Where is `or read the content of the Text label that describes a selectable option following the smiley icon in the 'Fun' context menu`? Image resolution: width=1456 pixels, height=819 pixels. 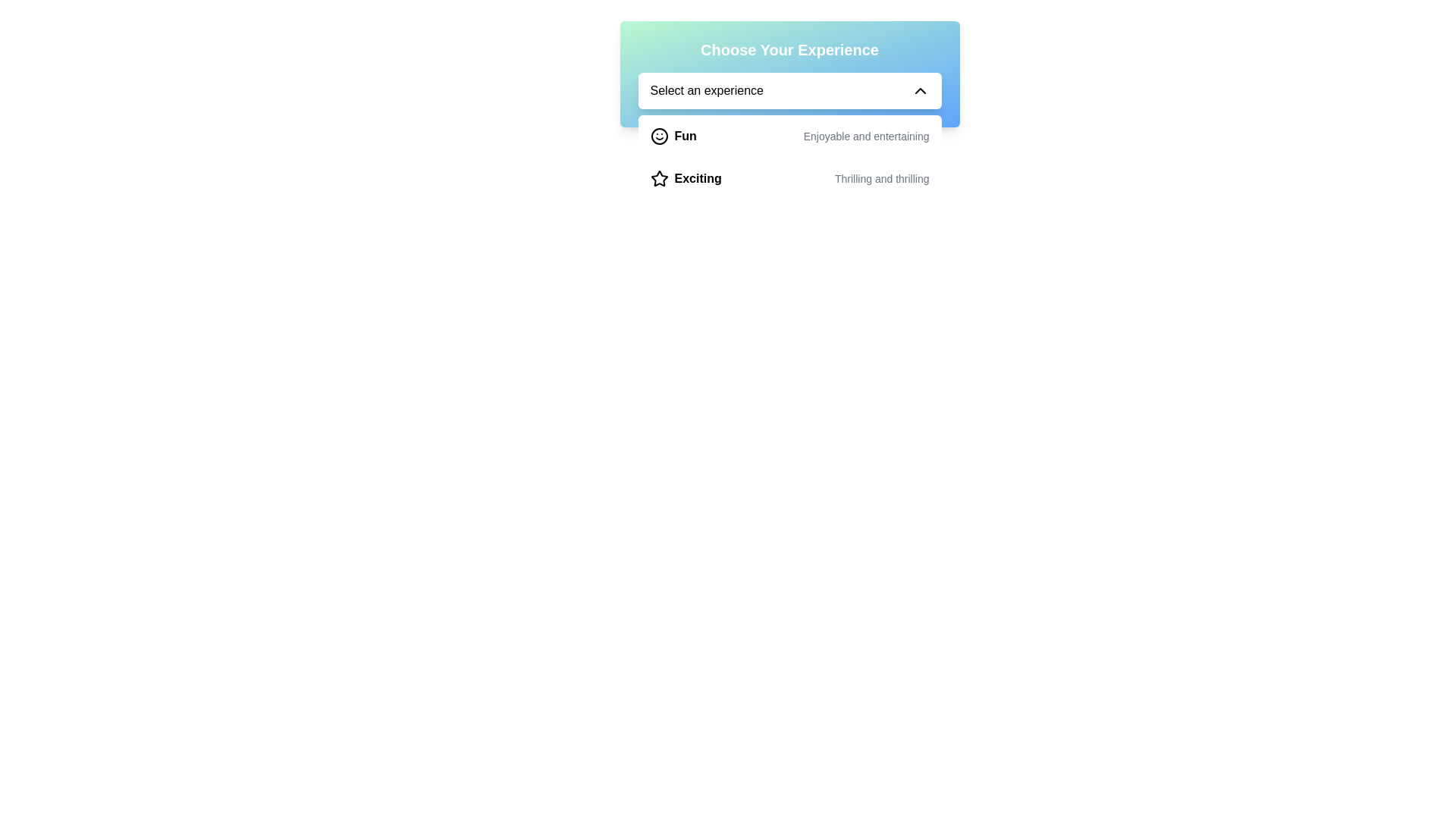 or read the content of the Text label that describes a selectable option following the smiley icon in the 'Fun' context menu is located at coordinates (685, 136).